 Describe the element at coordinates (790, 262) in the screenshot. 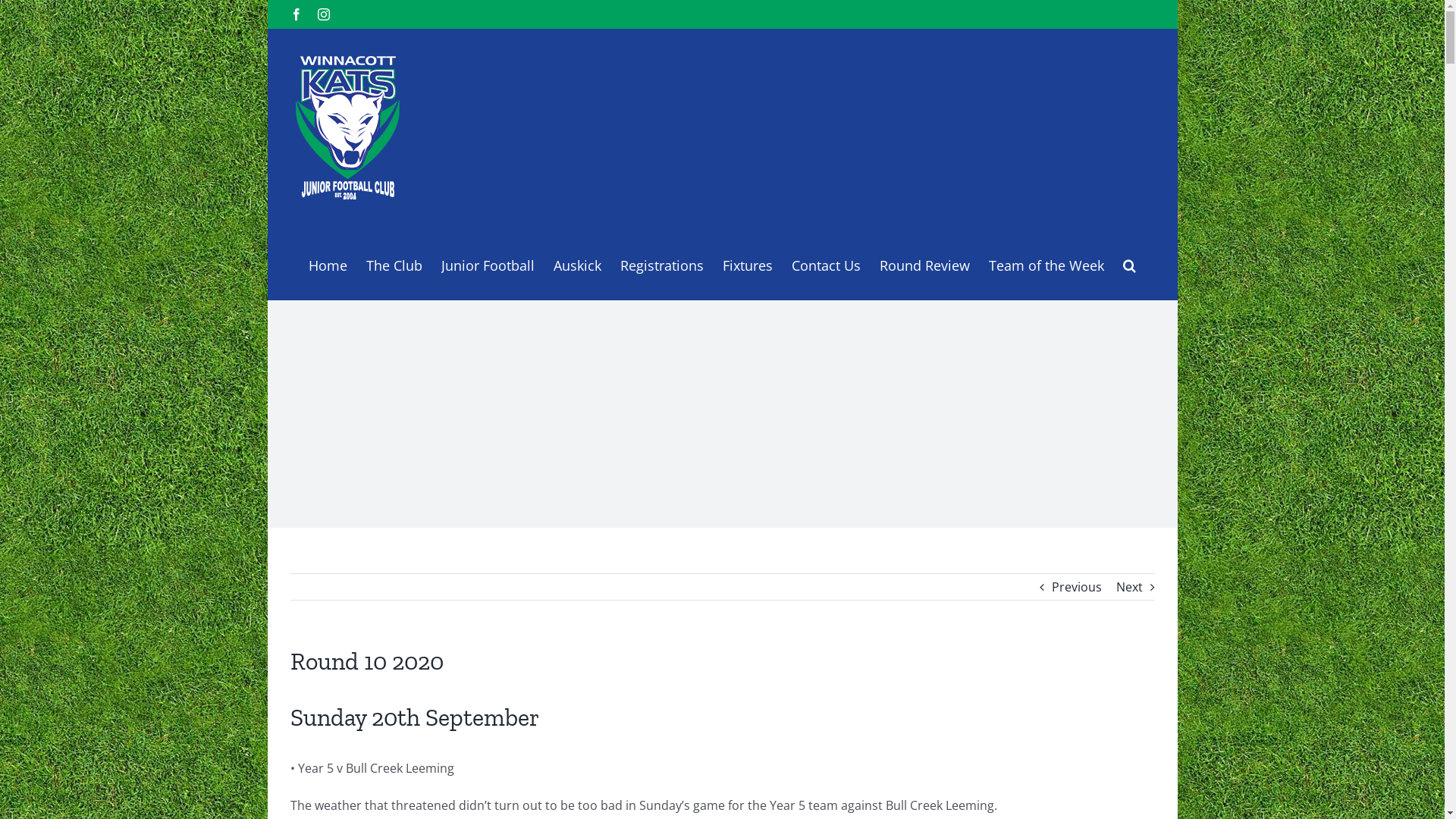

I see `'Contact Us'` at that location.